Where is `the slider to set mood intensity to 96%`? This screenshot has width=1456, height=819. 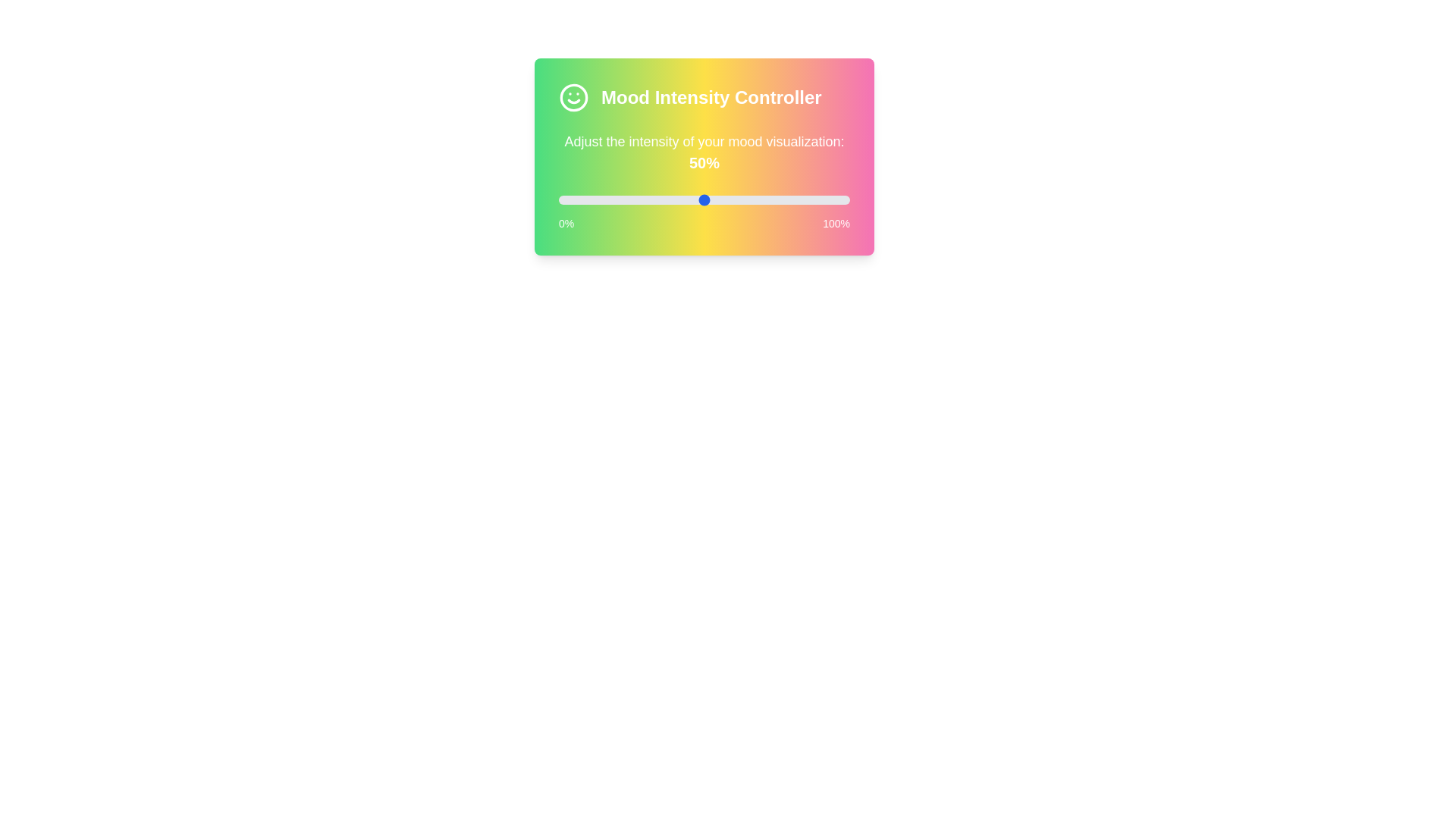 the slider to set mood intensity to 96% is located at coordinates (837, 199).